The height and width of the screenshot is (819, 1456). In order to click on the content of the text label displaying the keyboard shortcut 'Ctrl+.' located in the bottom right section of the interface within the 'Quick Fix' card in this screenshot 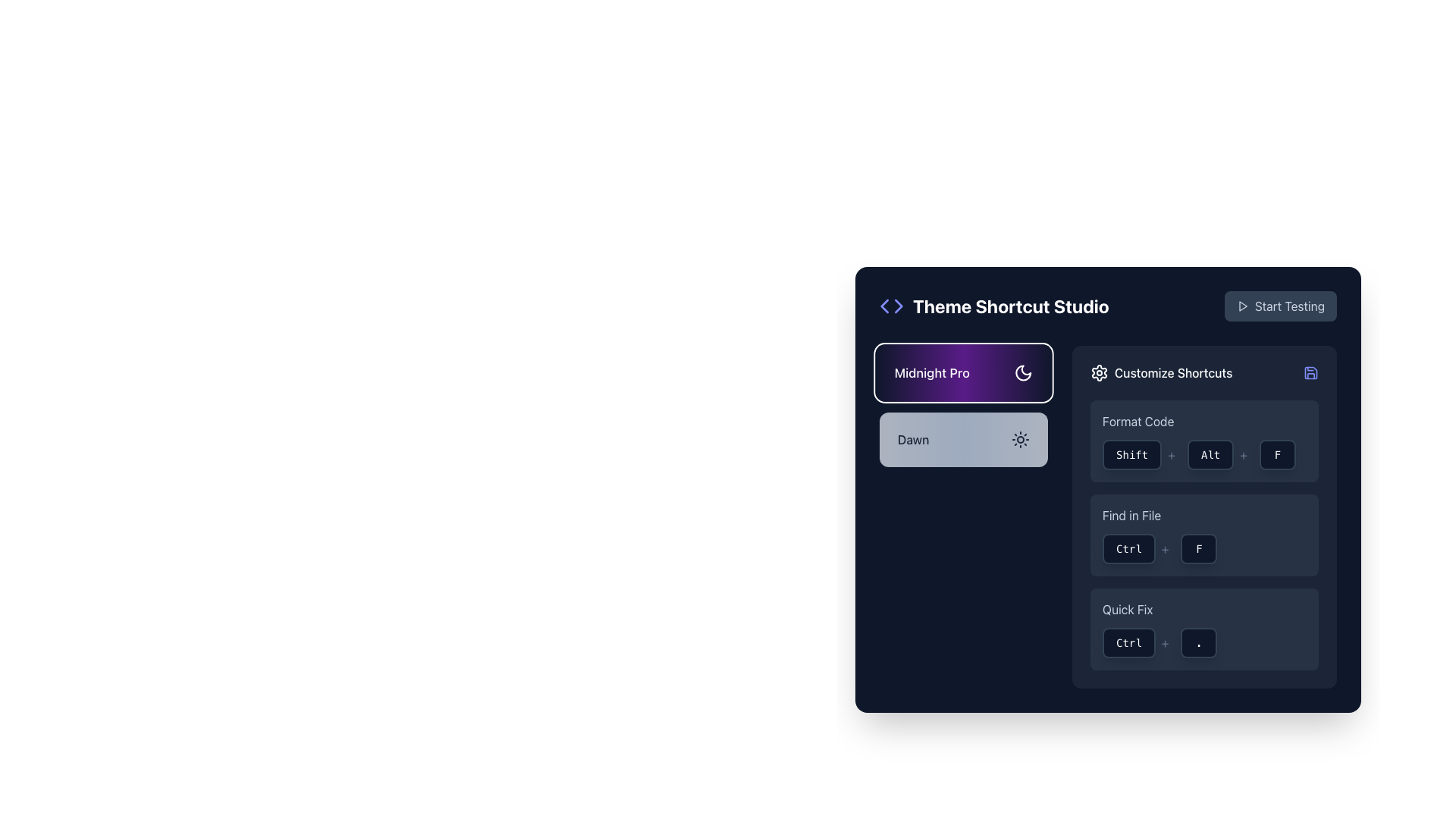, I will do `click(1203, 643)`.